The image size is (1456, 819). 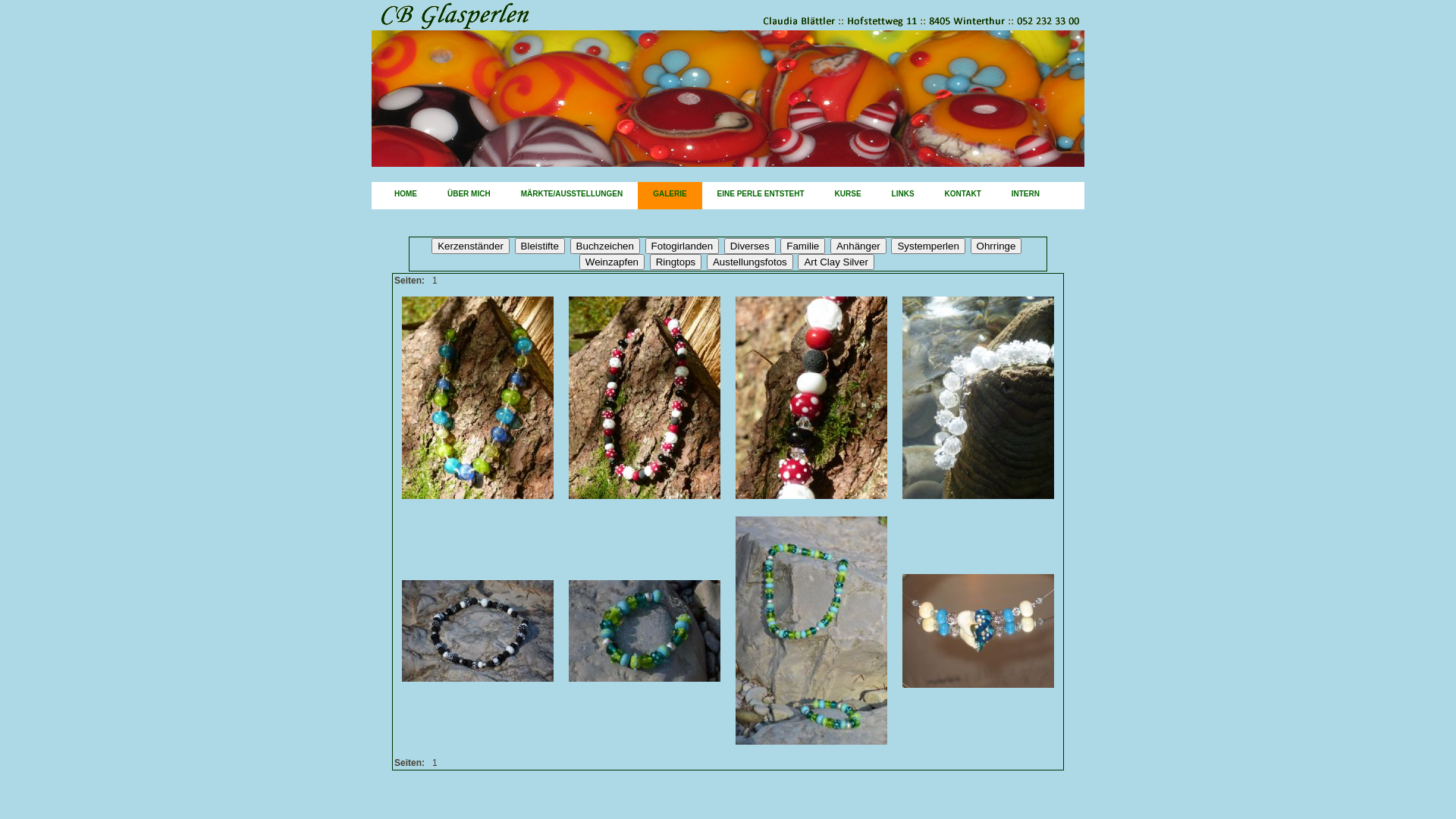 What do you see at coordinates (675, 261) in the screenshot?
I see `'Ringtops'` at bounding box center [675, 261].